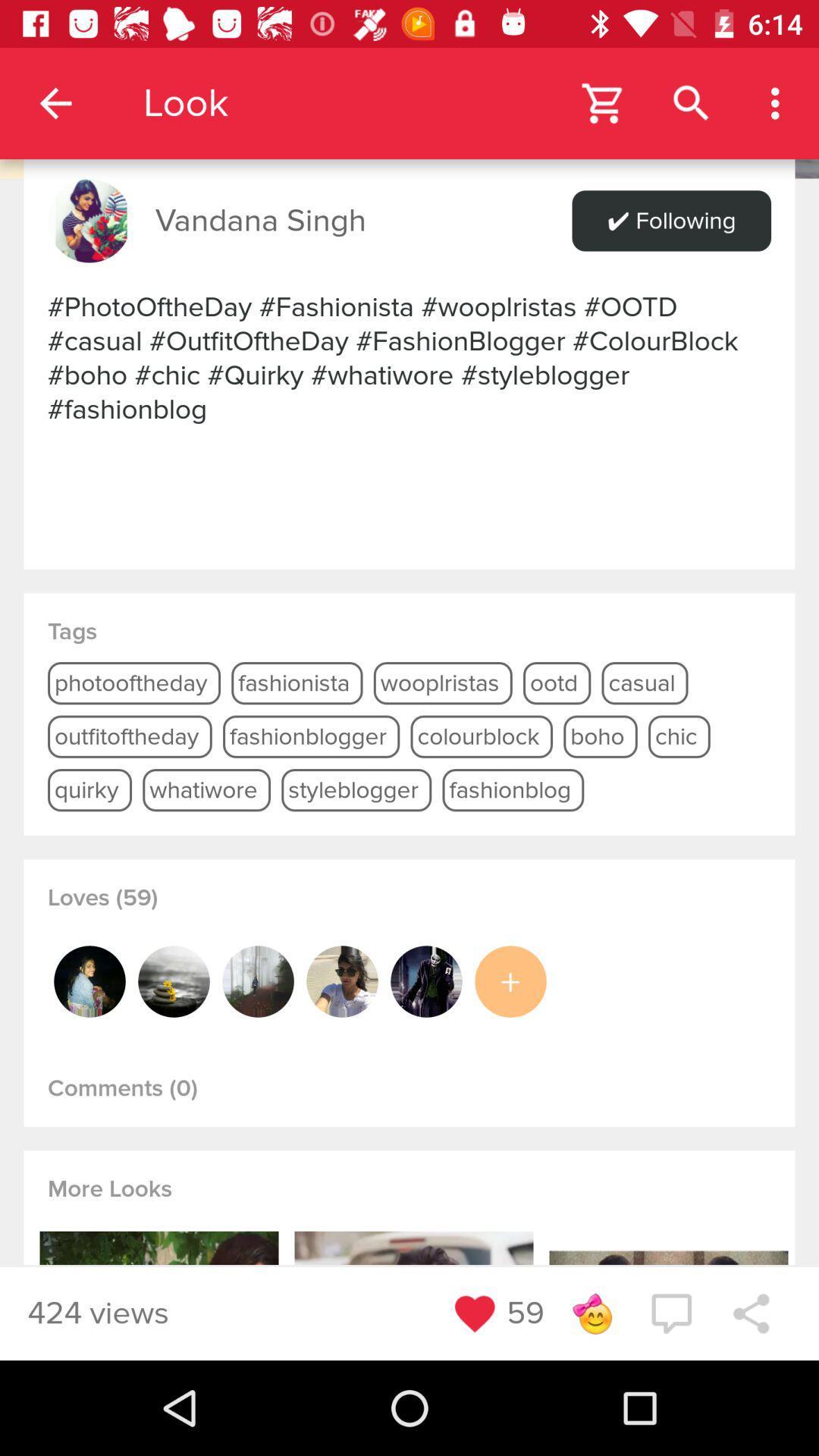  What do you see at coordinates (591, 1313) in the screenshot?
I see `a reaction to this profile` at bounding box center [591, 1313].